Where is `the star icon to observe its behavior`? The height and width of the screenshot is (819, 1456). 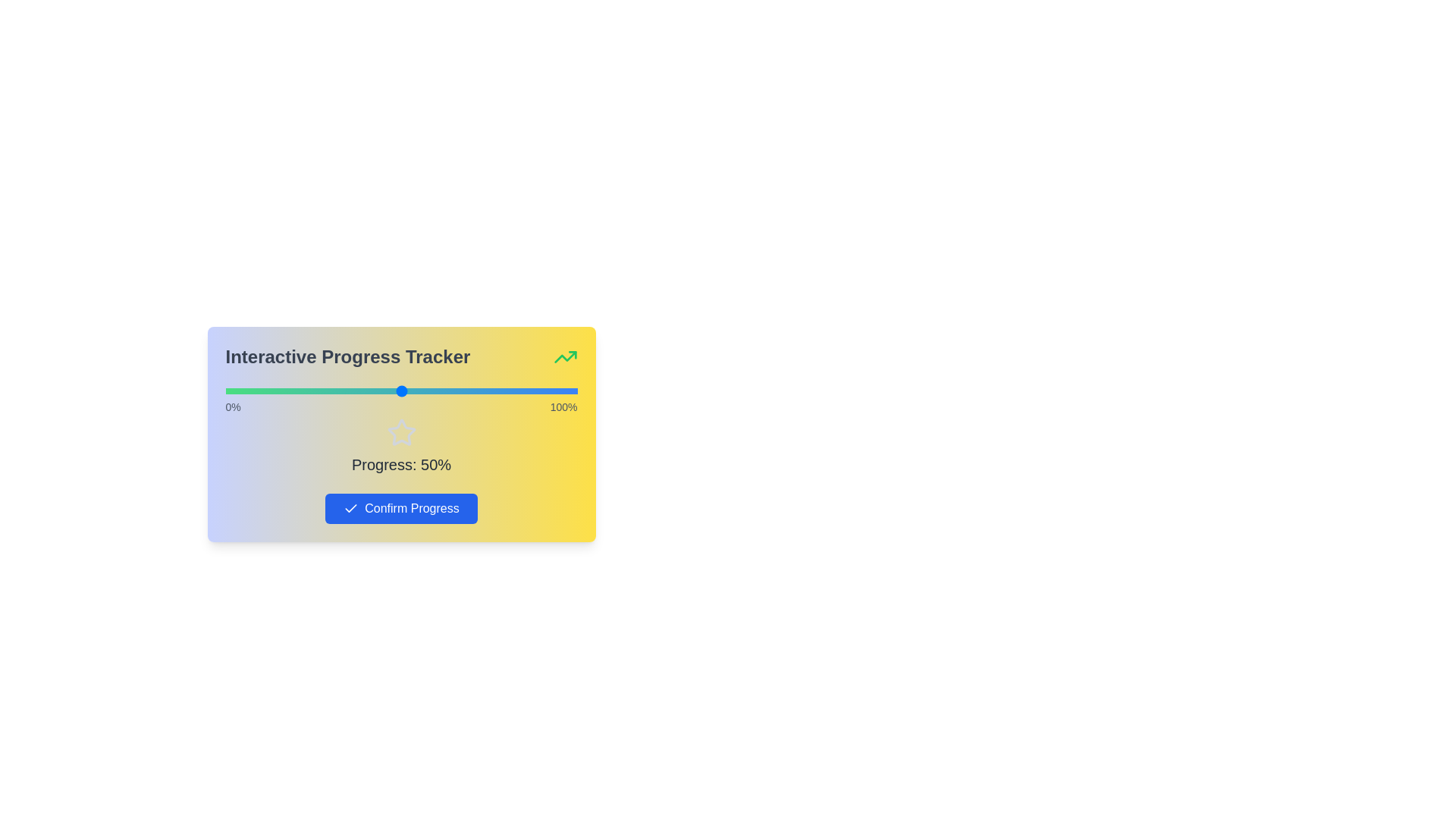 the star icon to observe its behavior is located at coordinates (401, 432).